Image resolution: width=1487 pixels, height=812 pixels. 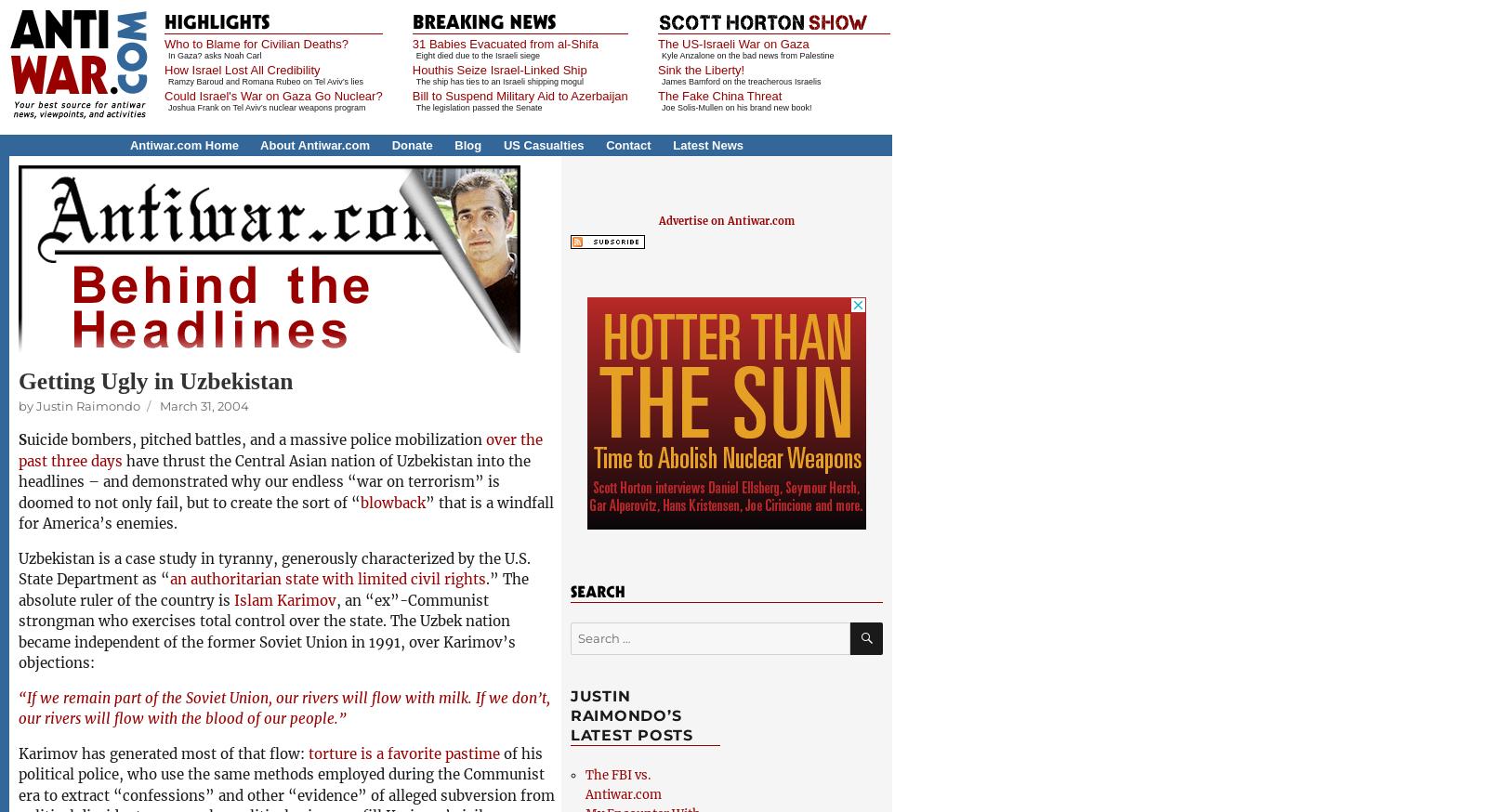 What do you see at coordinates (732, 43) in the screenshot?
I see `'The US-Israeli War on Gaza'` at bounding box center [732, 43].